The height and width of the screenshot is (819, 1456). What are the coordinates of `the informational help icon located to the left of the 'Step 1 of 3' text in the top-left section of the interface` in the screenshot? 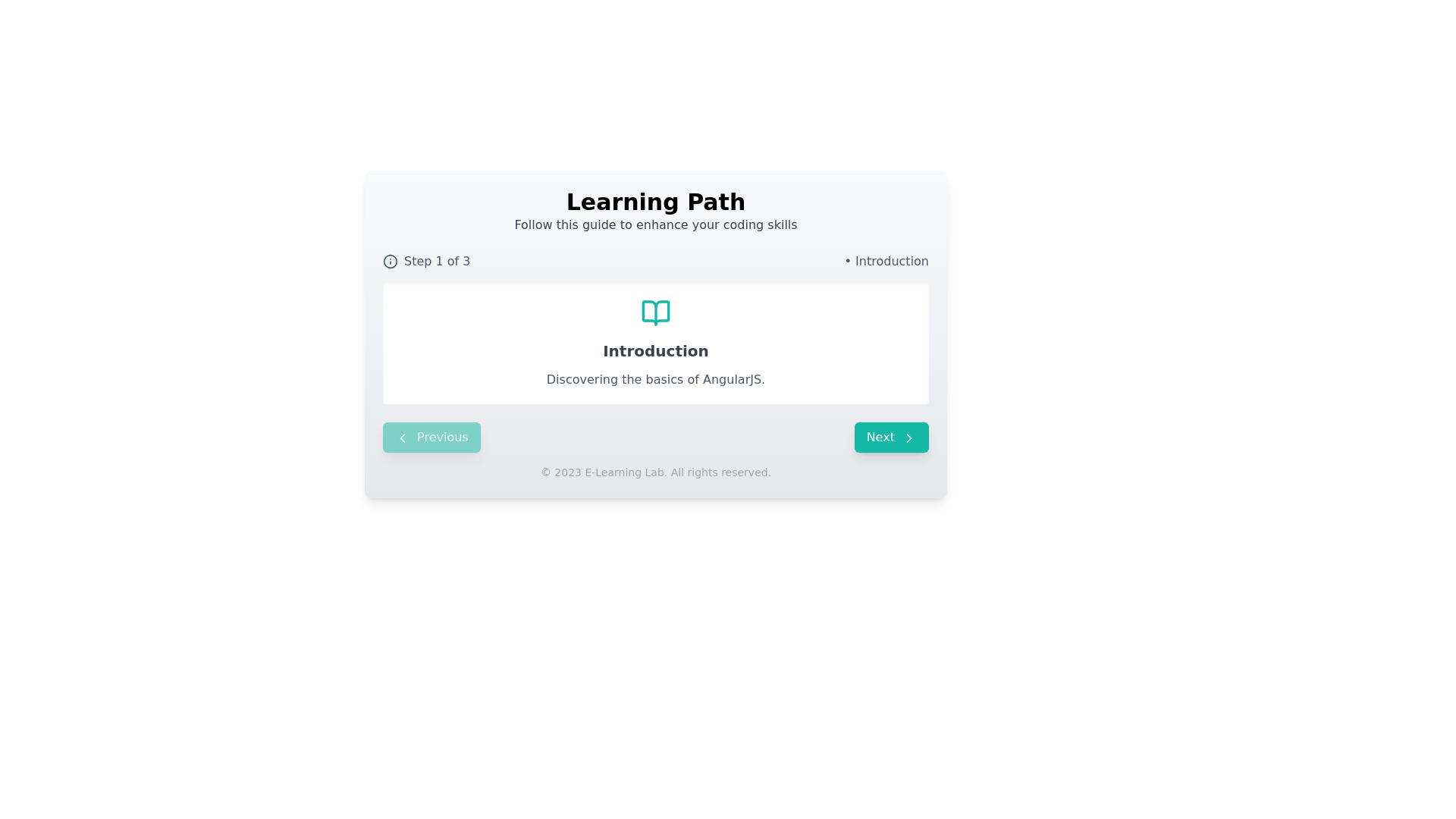 It's located at (390, 260).